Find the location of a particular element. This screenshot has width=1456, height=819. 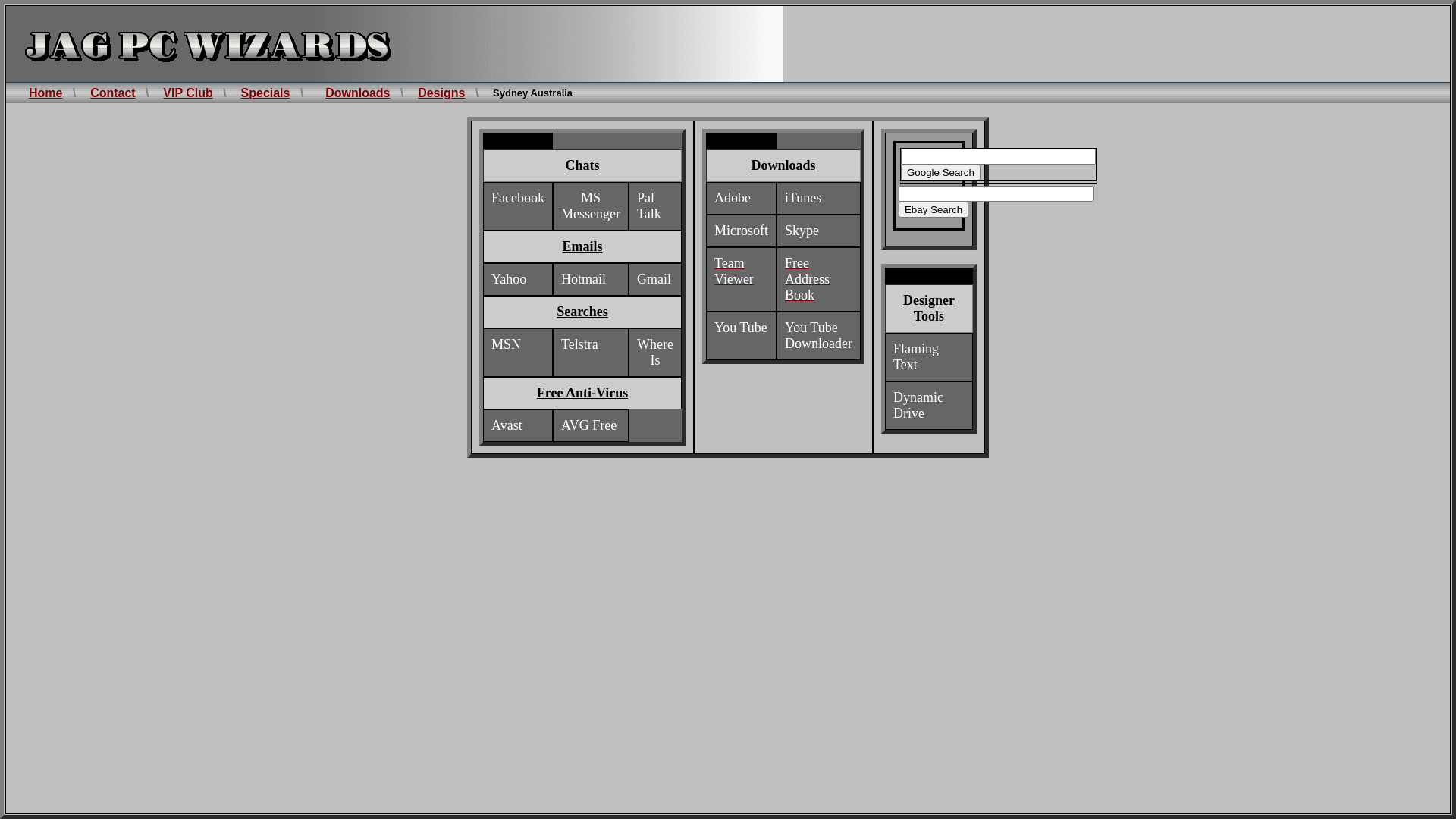

'Team Viewer' is located at coordinates (734, 271).